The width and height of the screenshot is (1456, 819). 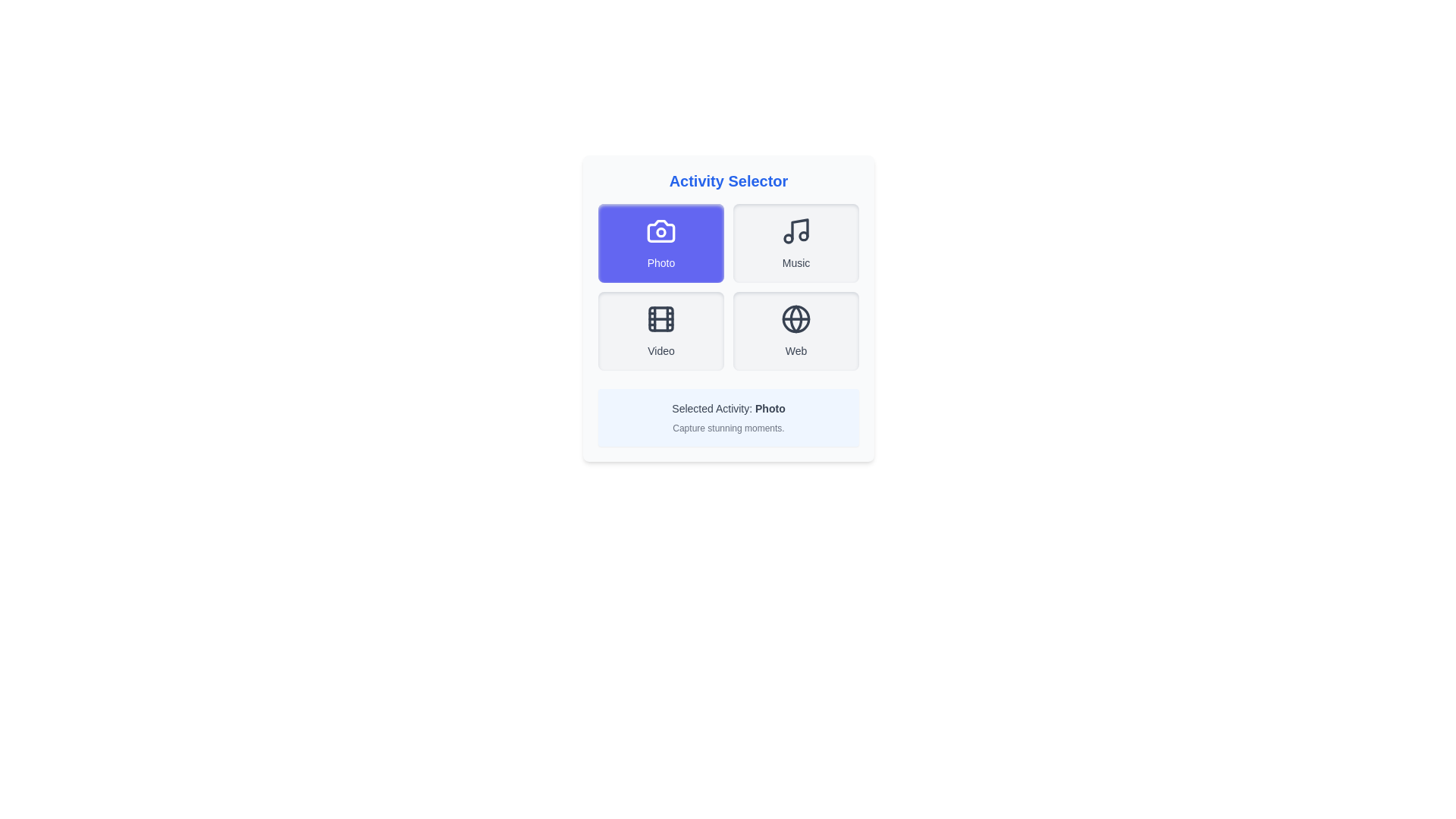 What do you see at coordinates (795, 231) in the screenshot?
I see `the minimalist music note icon located above the 'Music' label in the top-right quadrant of the interface` at bounding box center [795, 231].